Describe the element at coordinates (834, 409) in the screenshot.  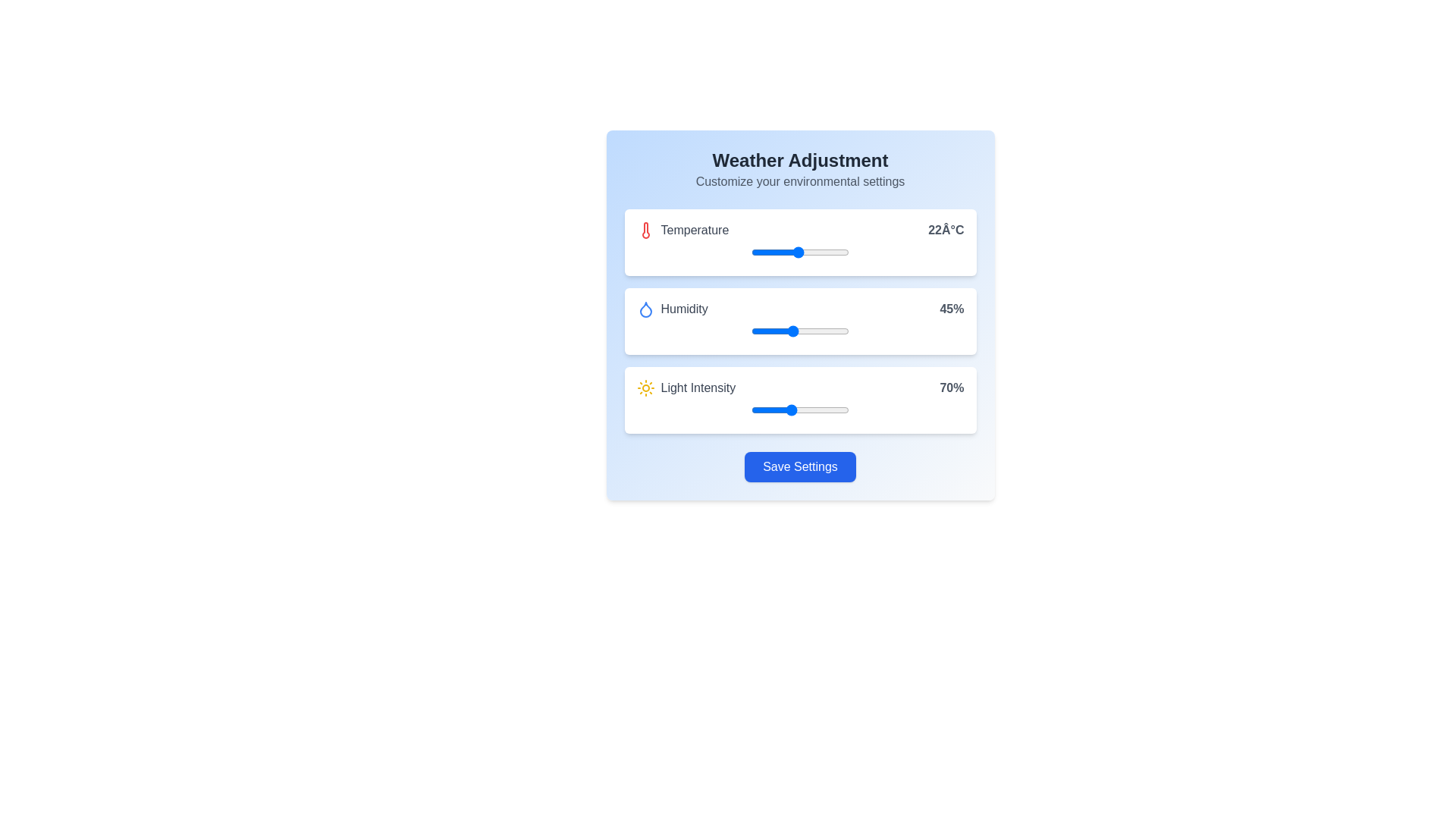
I see `the light intensity` at that location.